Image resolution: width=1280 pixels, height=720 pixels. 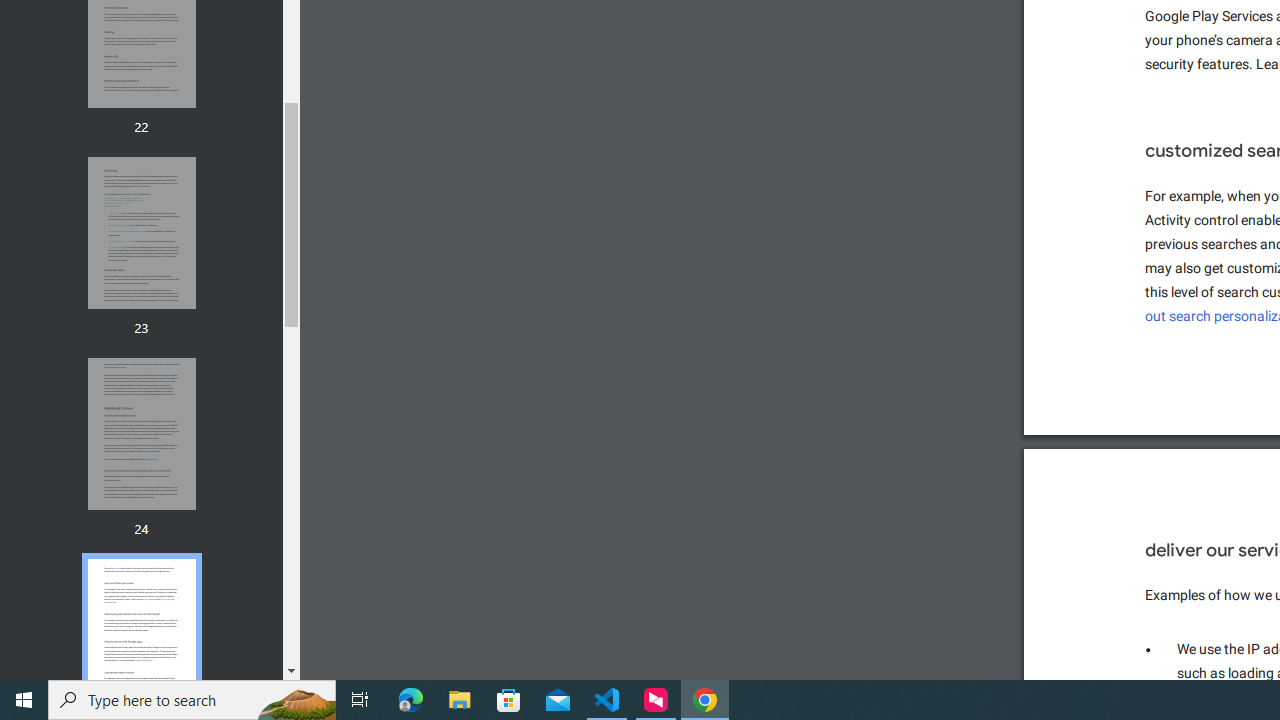 I want to click on 'Thumbnail for page 24', so click(x=140, y=433).